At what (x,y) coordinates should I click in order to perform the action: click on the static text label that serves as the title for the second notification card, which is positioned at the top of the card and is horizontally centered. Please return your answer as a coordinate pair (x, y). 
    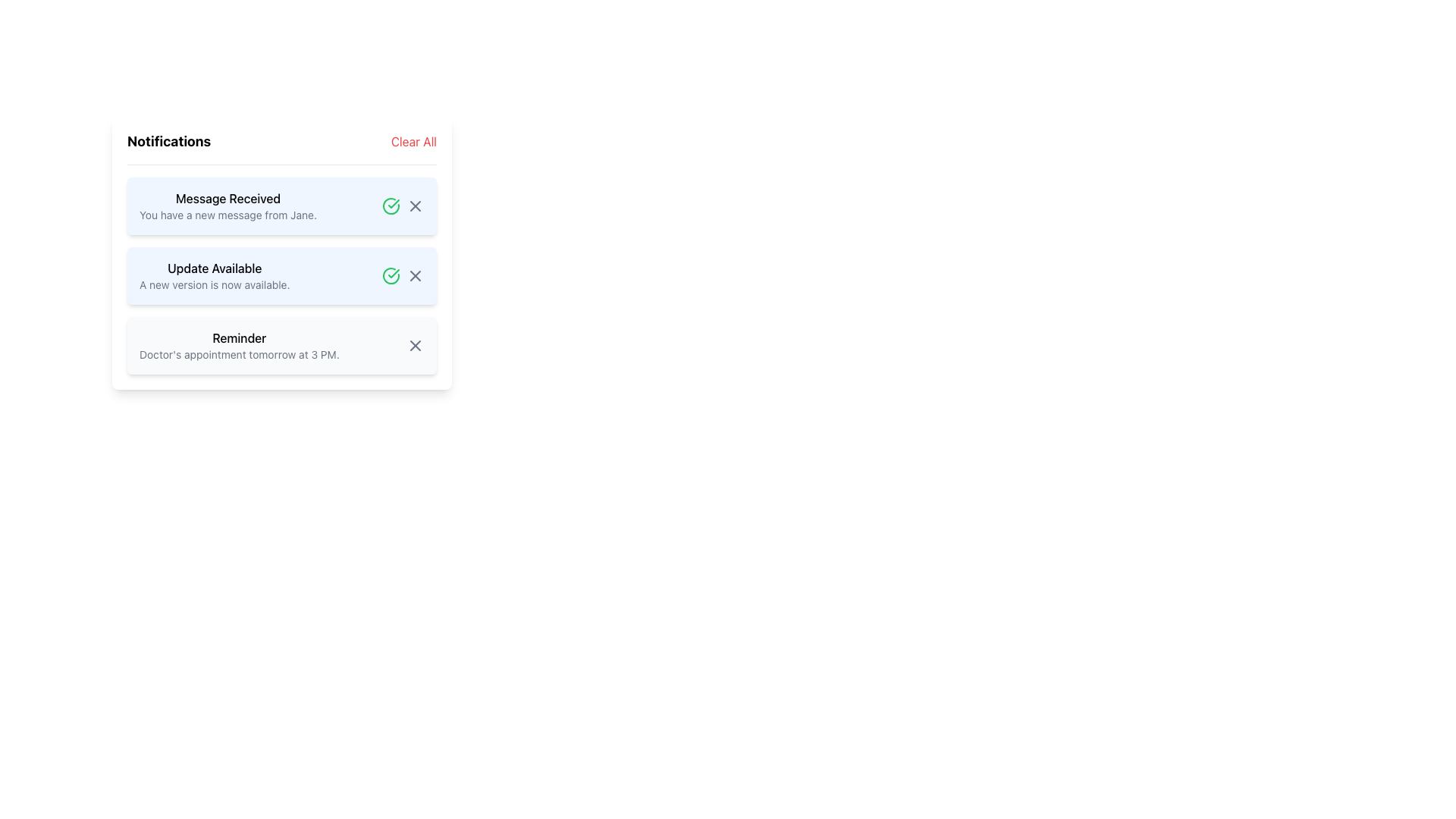
    Looking at the image, I should click on (214, 268).